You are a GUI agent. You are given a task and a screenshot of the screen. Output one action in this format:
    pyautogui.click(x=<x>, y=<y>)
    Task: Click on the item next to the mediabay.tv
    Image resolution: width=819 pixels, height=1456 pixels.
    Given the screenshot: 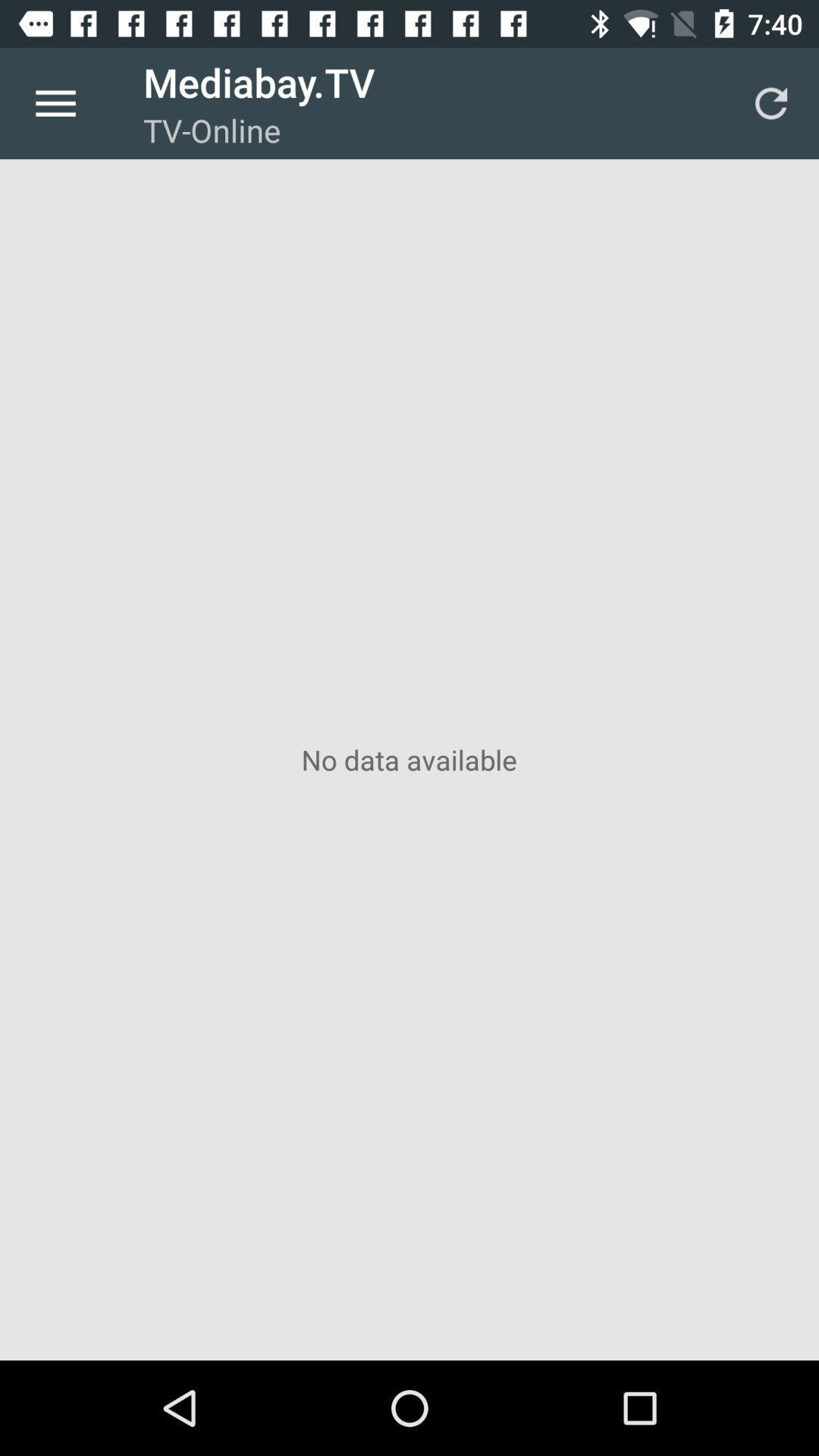 What is the action you would take?
    pyautogui.click(x=771, y=102)
    